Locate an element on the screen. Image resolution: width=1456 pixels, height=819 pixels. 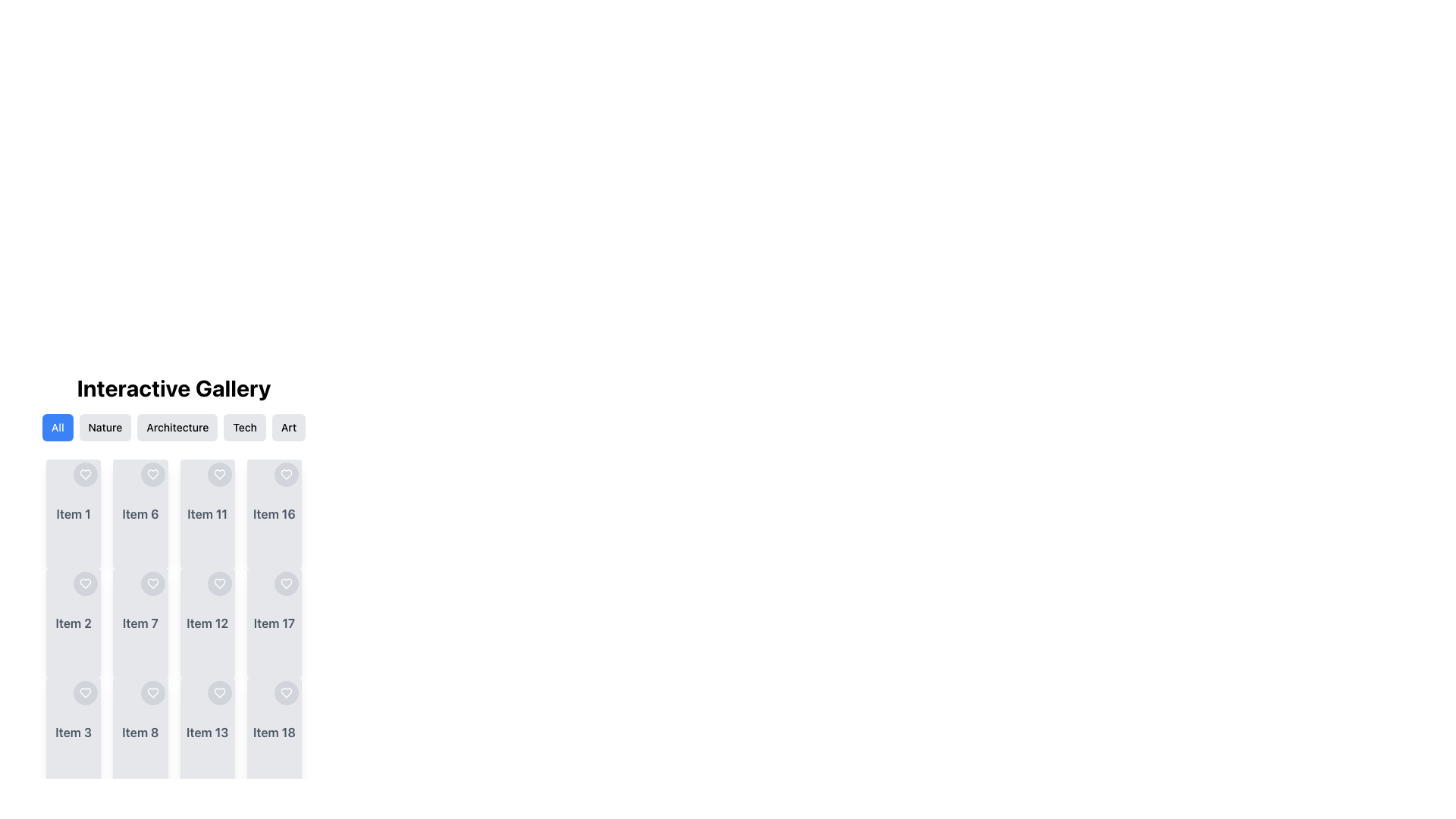
the interactive button located at the top-right corner of the 'Item 1' card is located at coordinates (85, 473).